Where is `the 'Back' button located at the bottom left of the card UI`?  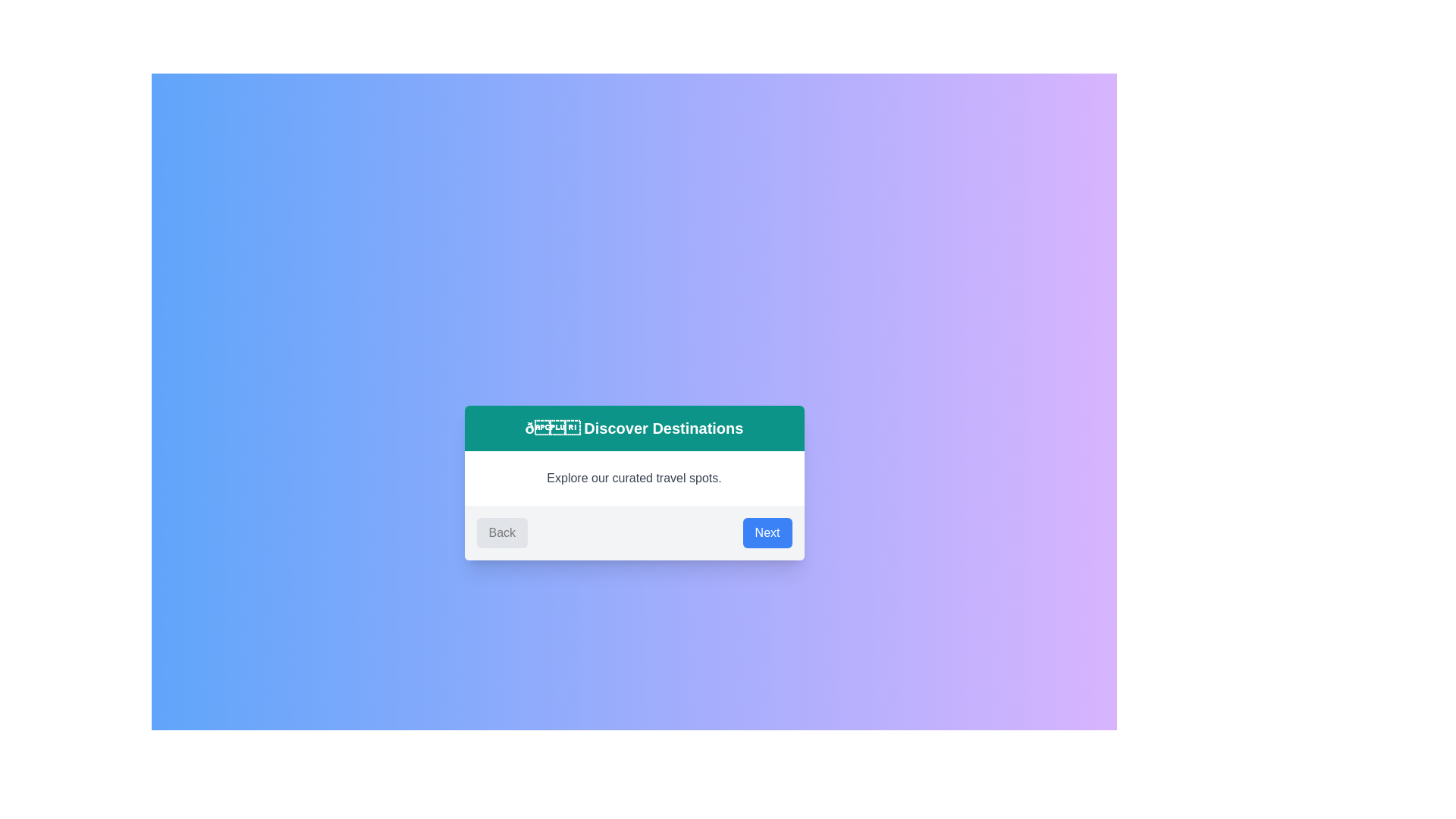 the 'Back' button located at the bottom left of the card UI is located at coordinates (502, 532).